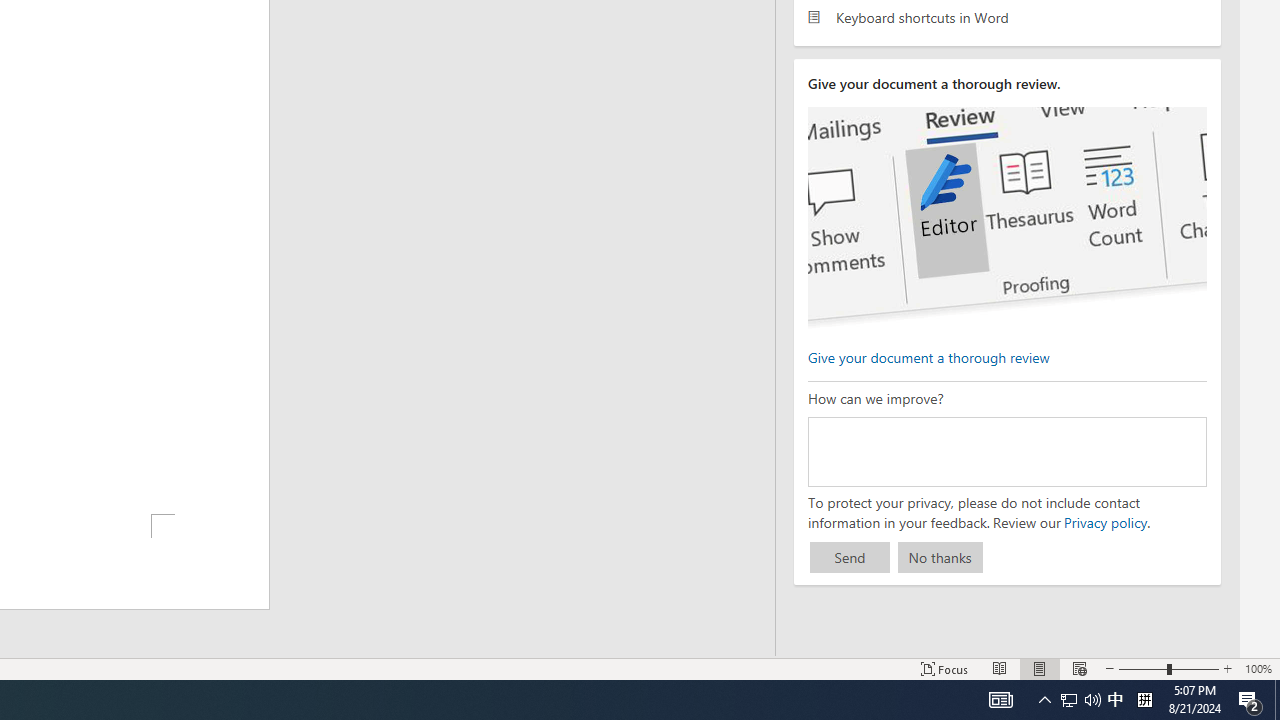 This screenshot has width=1280, height=720. I want to click on 'Privacy policy', so click(1104, 521).